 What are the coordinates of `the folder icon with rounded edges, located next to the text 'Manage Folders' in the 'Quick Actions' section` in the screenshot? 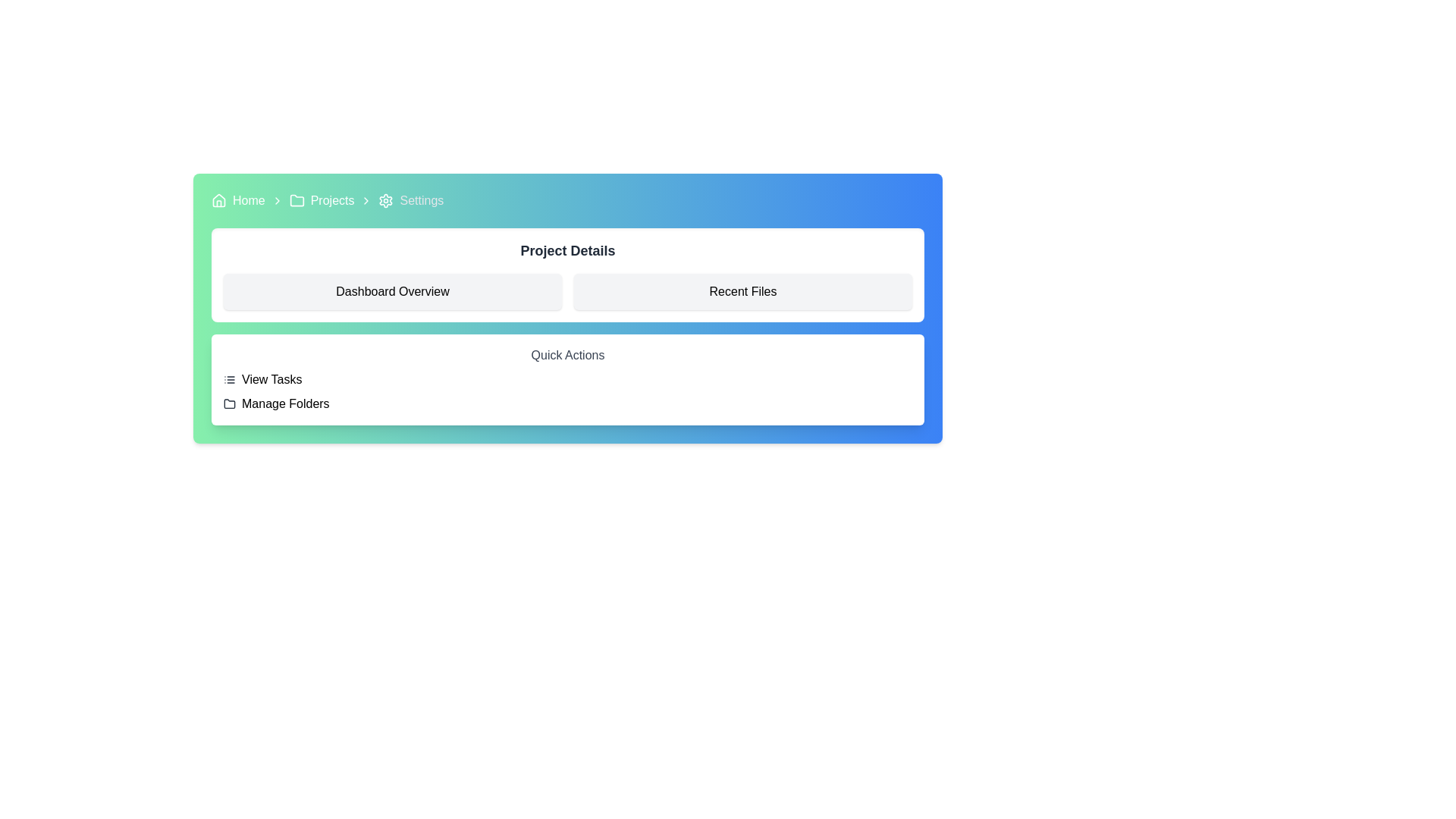 It's located at (228, 403).